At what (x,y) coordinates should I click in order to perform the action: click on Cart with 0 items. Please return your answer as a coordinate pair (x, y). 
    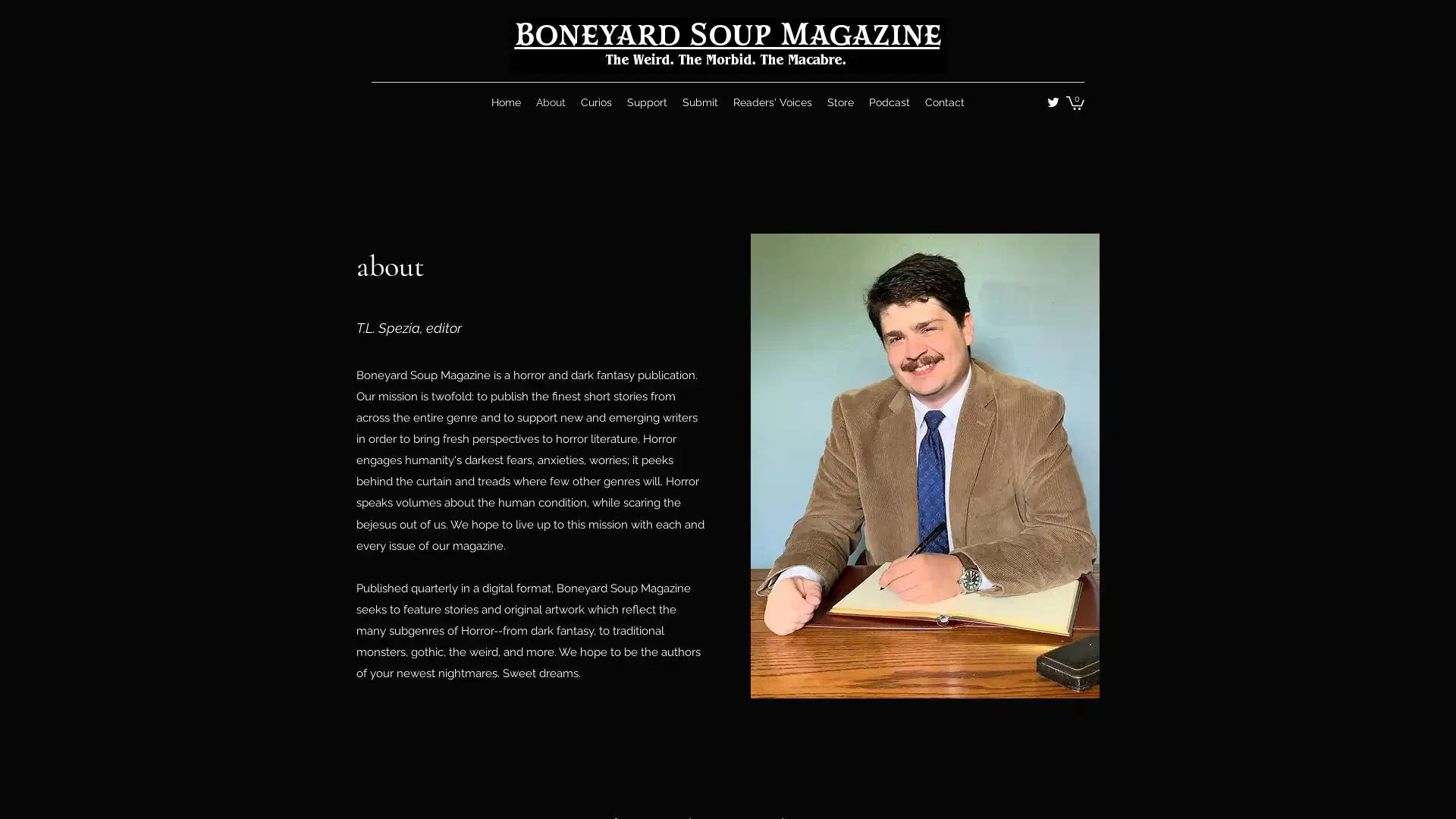
    Looking at the image, I should click on (1074, 102).